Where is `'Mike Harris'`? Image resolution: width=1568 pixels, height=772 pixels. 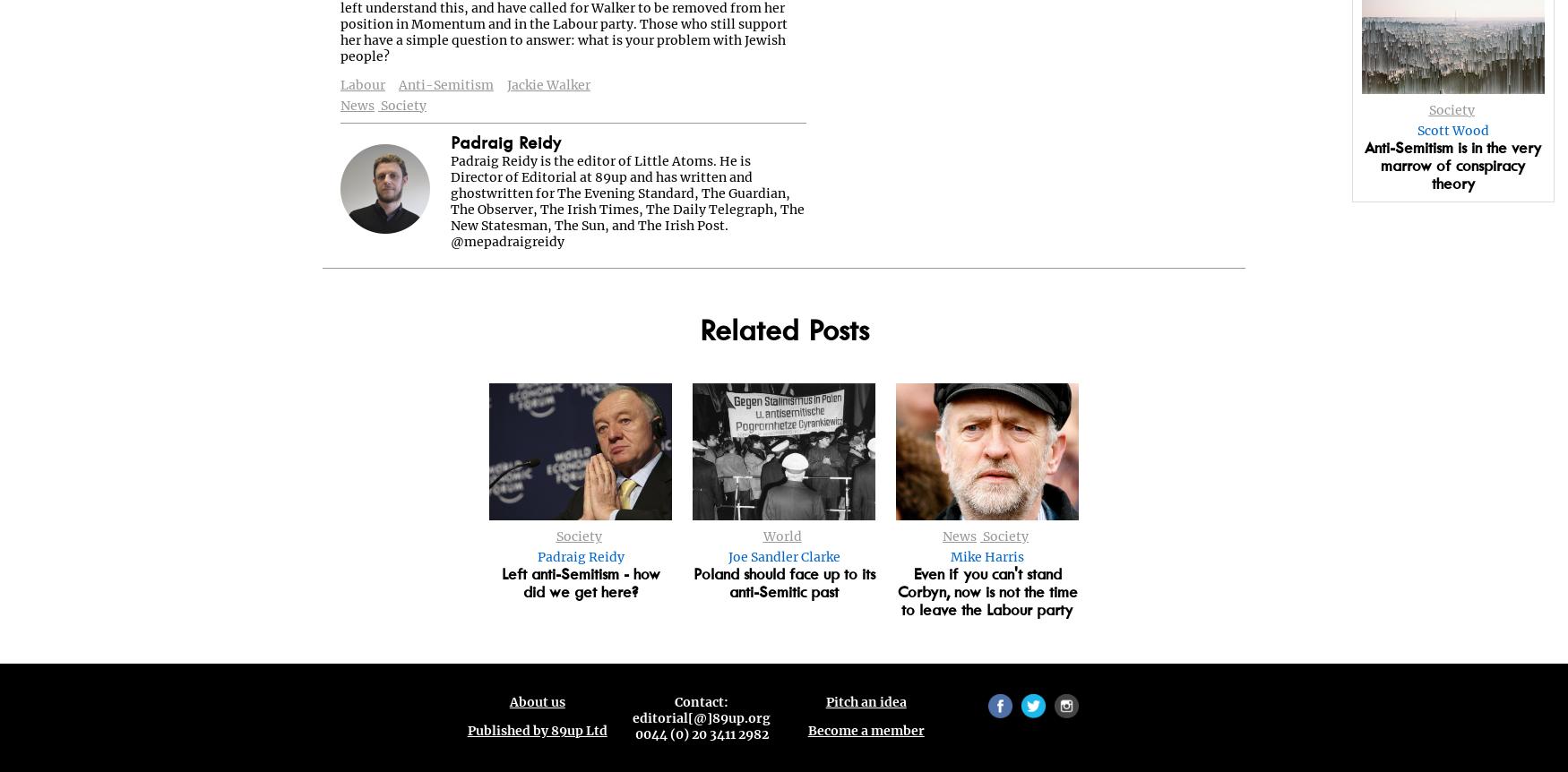
'Mike Harris' is located at coordinates (986, 557).